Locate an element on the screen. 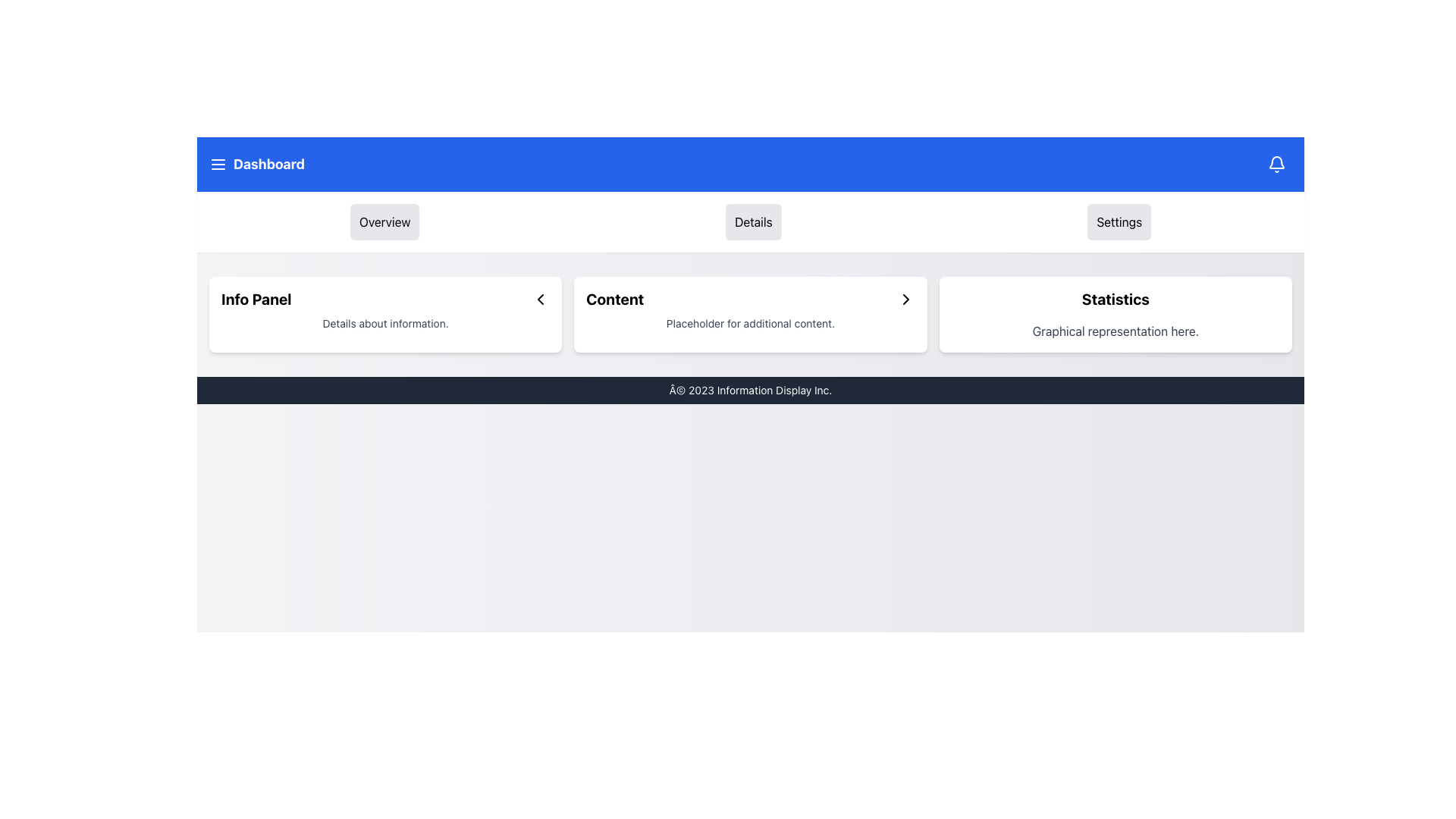 This screenshot has height=819, width=1456. content displayed in the white panel titled 'Content' with additional text below on a light grey background, located in the center of the view below the blue navigation bar is located at coordinates (750, 314).